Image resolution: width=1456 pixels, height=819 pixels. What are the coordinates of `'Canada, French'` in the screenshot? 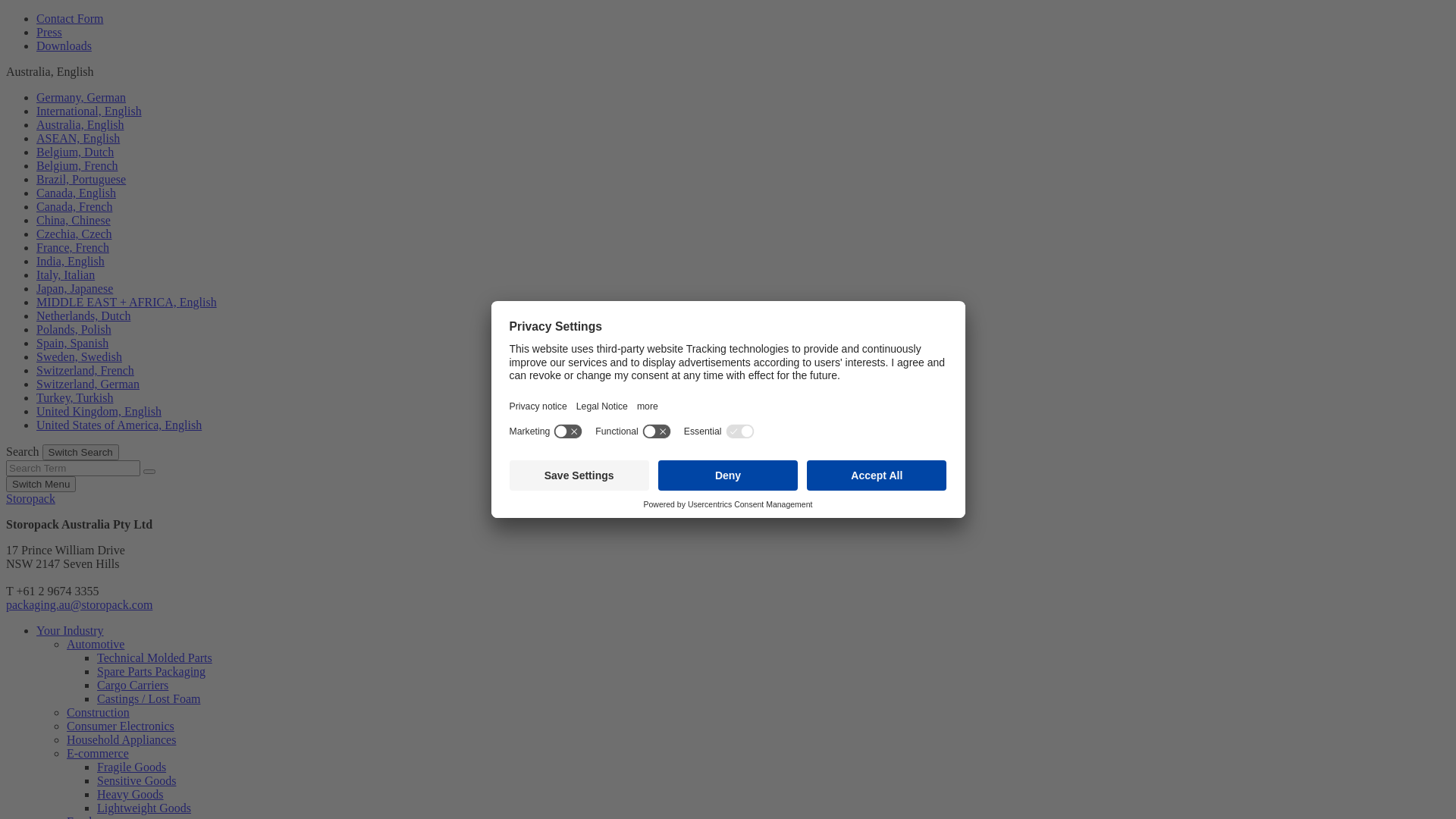 It's located at (73, 206).